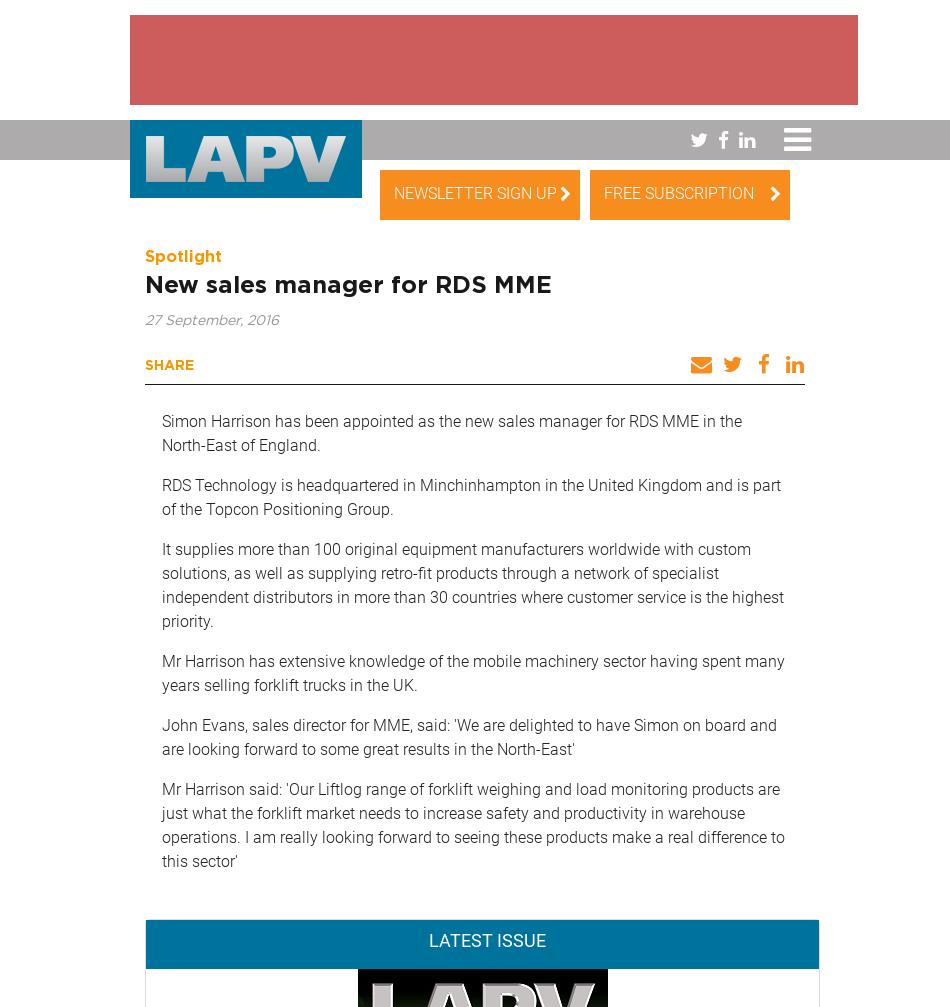 This screenshot has height=1007, width=950. What do you see at coordinates (144, 285) in the screenshot?
I see `'New sales manager for RDS MME'` at bounding box center [144, 285].